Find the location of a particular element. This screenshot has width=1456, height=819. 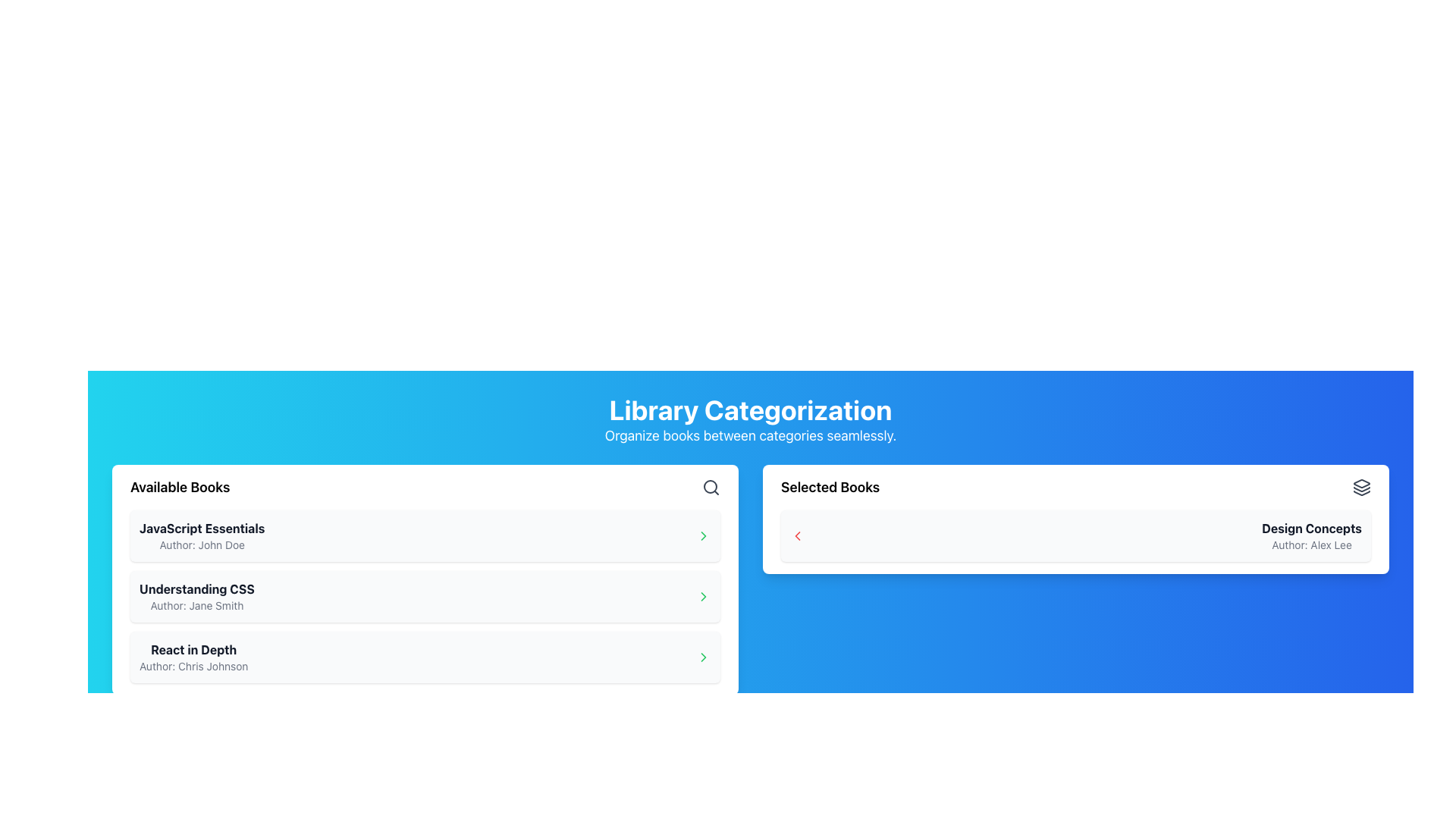

the chevron right icon located in the 'Available Books' section, associated with the item 'React in Depth' is located at coordinates (702, 535).